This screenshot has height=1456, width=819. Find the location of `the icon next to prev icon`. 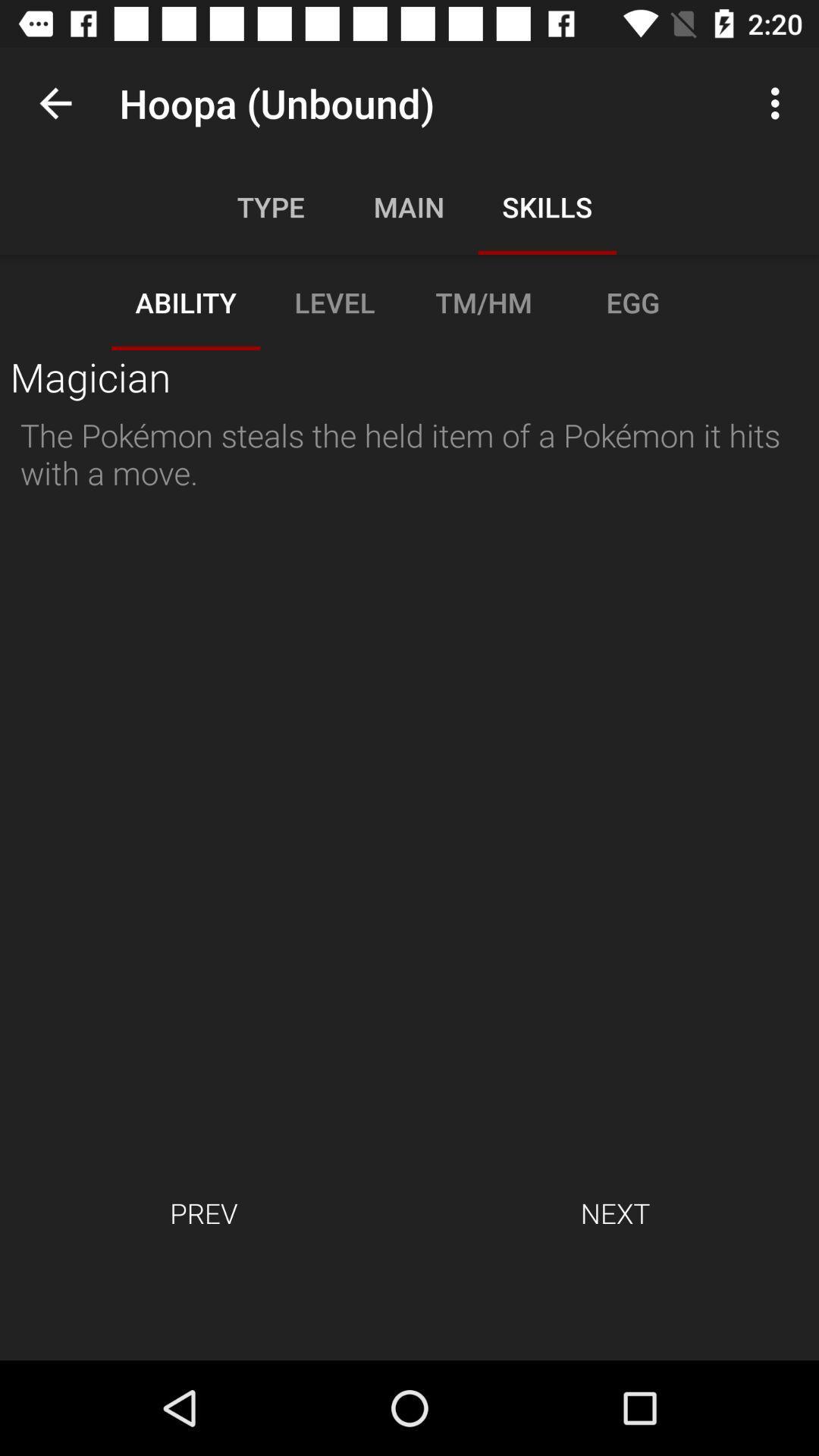

the icon next to prev icon is located at coordinates (615, 1212).